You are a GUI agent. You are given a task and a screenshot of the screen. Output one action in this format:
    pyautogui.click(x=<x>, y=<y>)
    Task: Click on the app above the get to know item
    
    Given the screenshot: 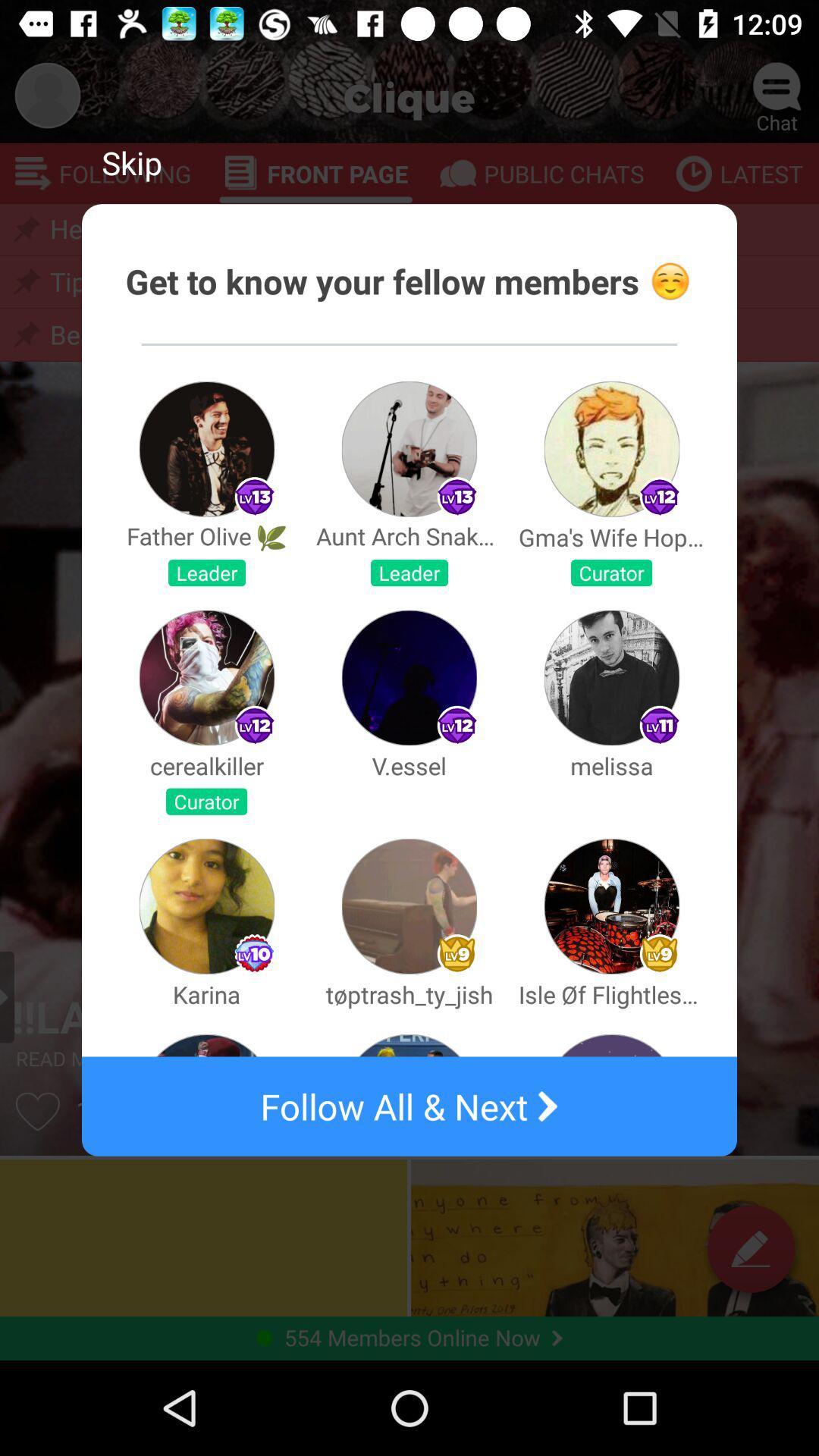 What is the action you would take?
    pyautogui.click(x=130, y=162)
    